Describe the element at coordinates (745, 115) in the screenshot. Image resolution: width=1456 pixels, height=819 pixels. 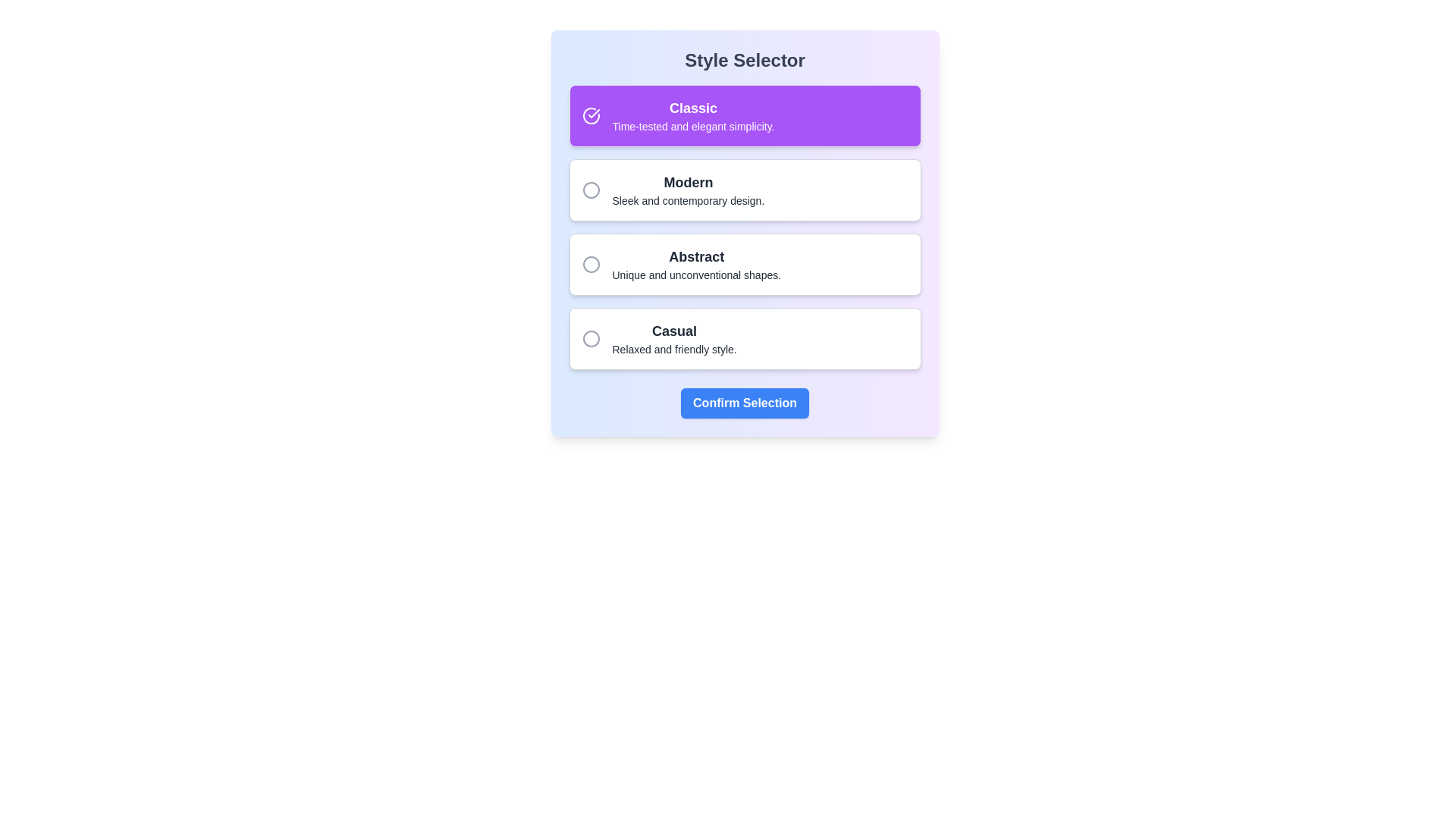
I see `the 'Classic' style Selectable Card, which is the first option in the vertical list of styled cards within the 'Style Selector' component` at that location.